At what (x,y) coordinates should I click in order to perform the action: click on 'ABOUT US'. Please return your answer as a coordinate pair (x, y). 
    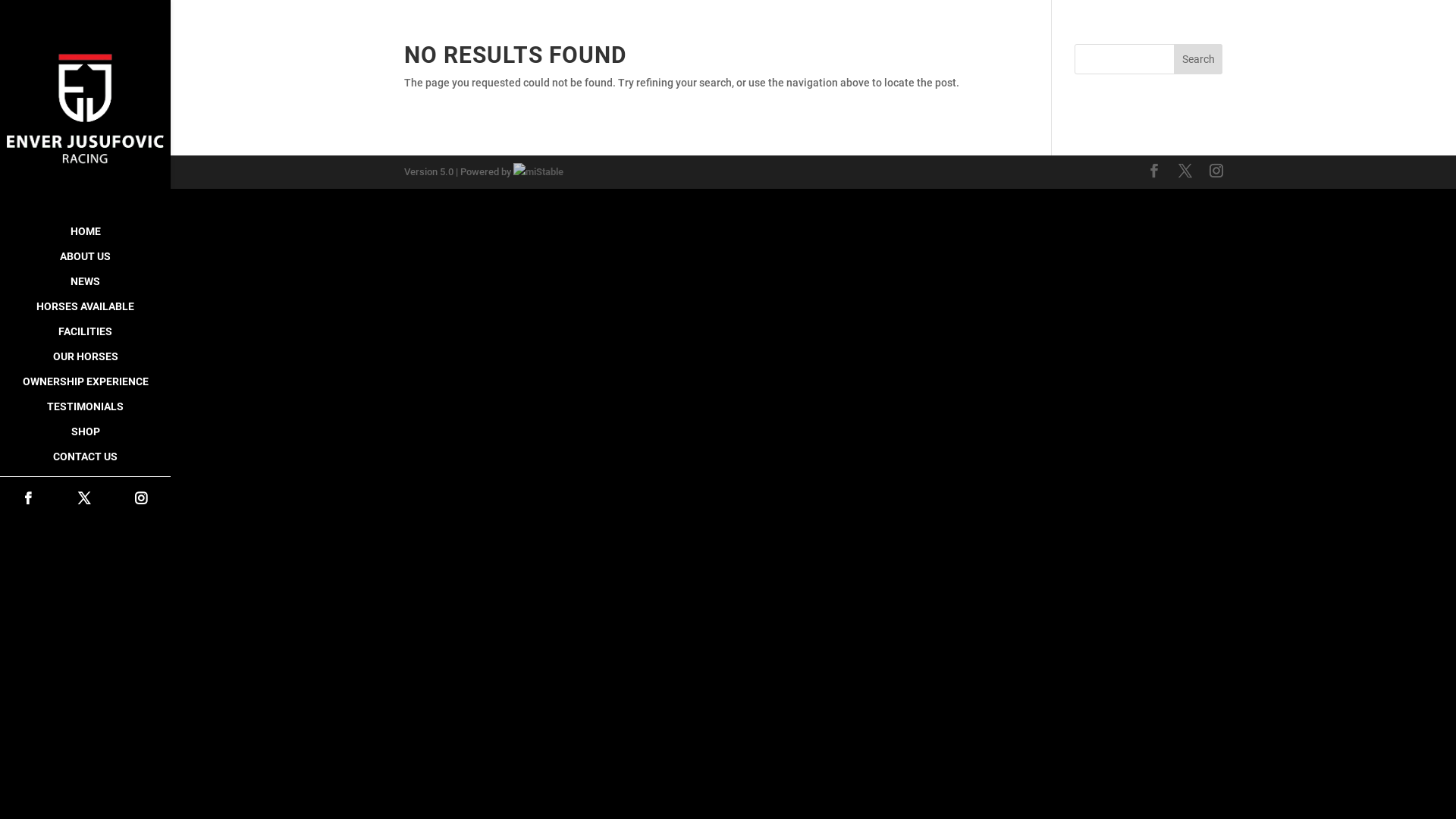
    Looking at the image, I should click on (84, 262).